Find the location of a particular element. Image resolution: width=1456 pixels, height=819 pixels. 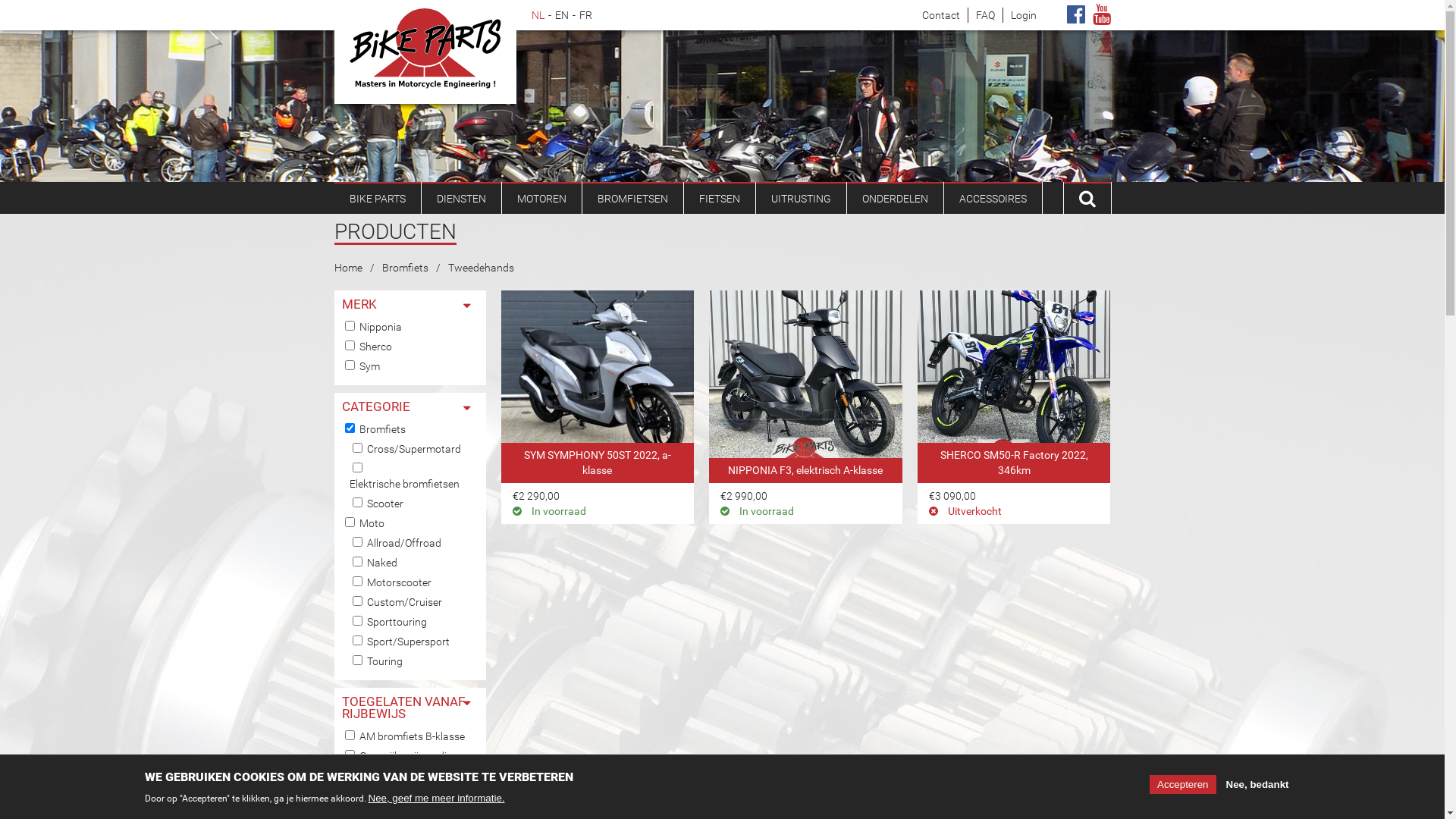

'FAQ' is located at coordinates (984, 14).